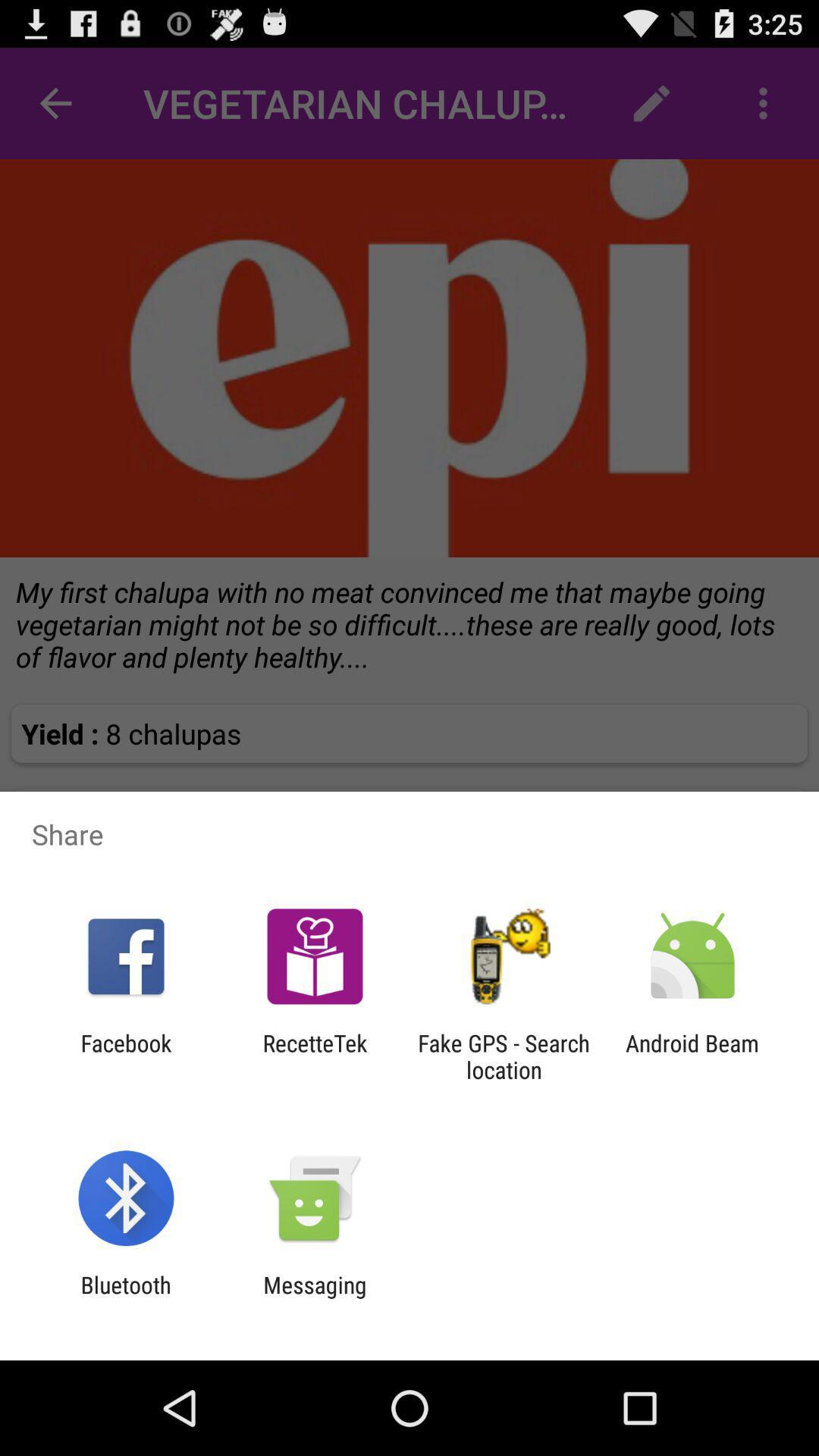 The width and height of the screenshot is (819, 1456). Describe the element at coordinates (314, 1298) in the screenshot. I see `messaging app` at that location.